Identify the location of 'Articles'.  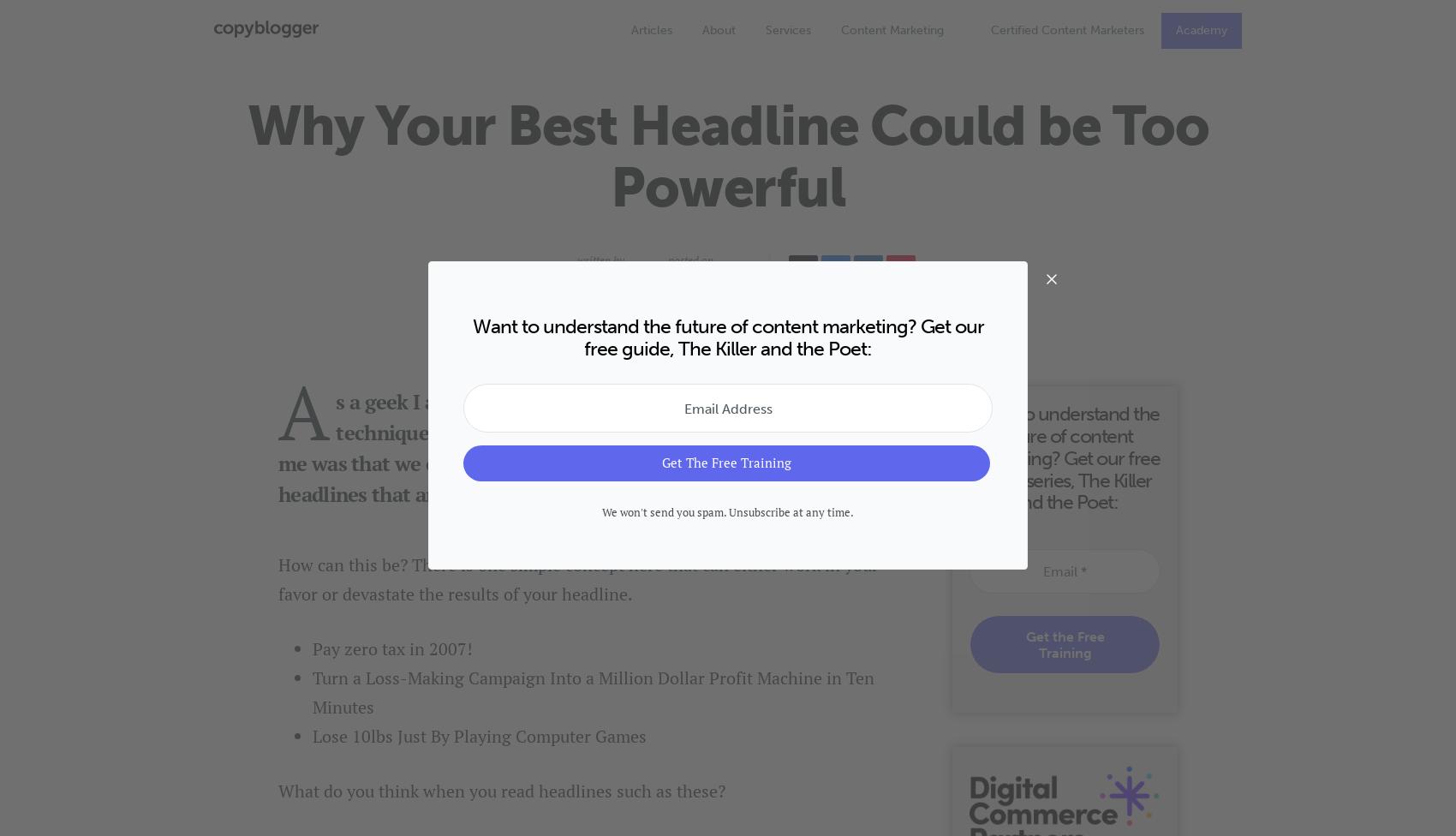
(650, 30).